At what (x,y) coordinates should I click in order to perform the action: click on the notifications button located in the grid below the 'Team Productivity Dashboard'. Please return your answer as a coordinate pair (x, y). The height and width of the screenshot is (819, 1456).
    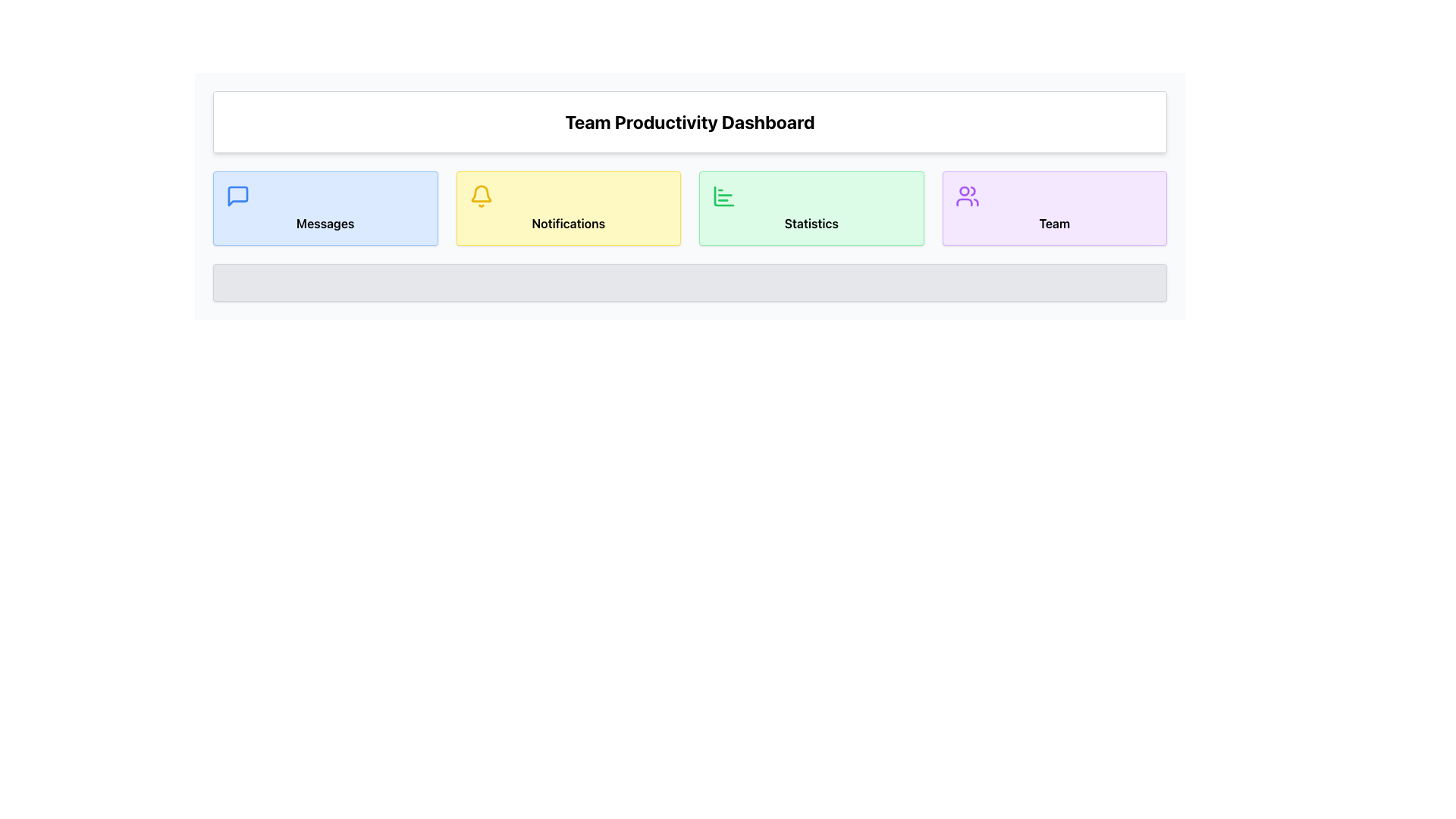
    Looking at the image, I should click on (567, 208).